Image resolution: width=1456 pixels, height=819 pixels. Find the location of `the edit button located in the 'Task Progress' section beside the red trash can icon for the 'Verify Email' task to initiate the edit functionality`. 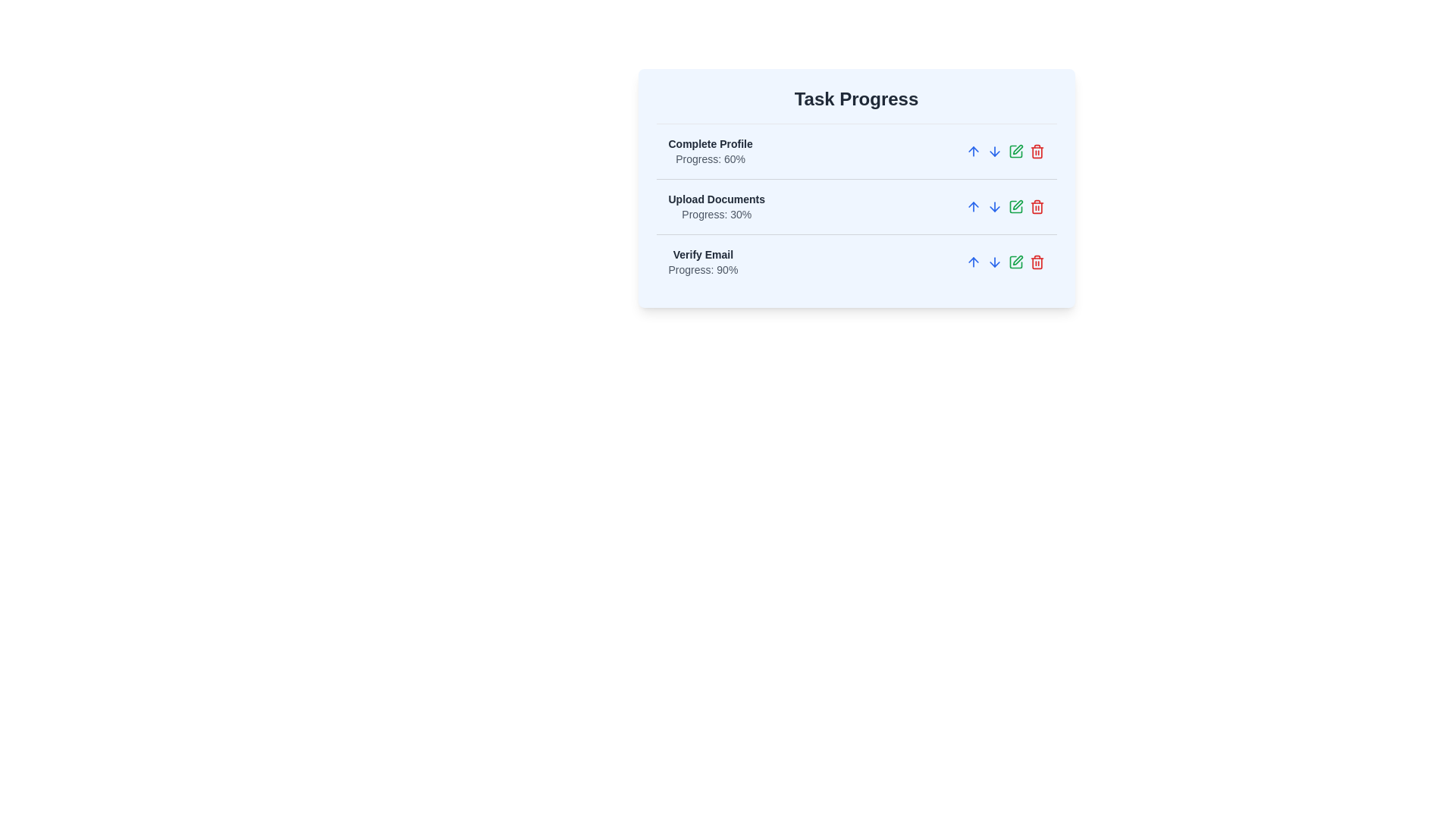

the edit button located in the 'Task Progress' section beside the red trash can icon for the 'Verify Email' task to initiate the edit functionality is located at coordinates (1015, 262).